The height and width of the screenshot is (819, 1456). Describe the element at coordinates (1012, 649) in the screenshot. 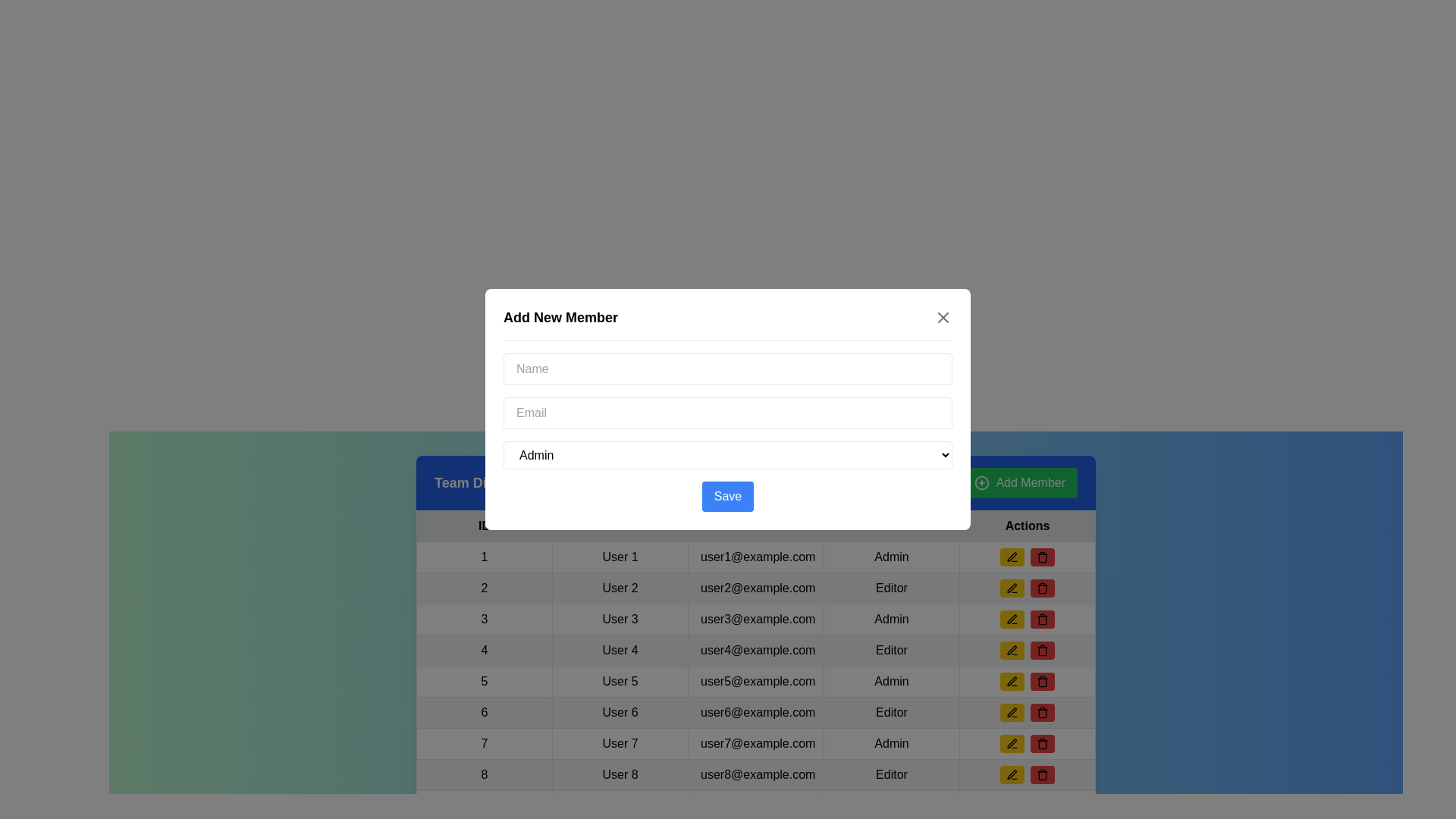

I see `the edit icon button represented by a pen icon in the fourth row of the user table's 'Actions' column` at that location.